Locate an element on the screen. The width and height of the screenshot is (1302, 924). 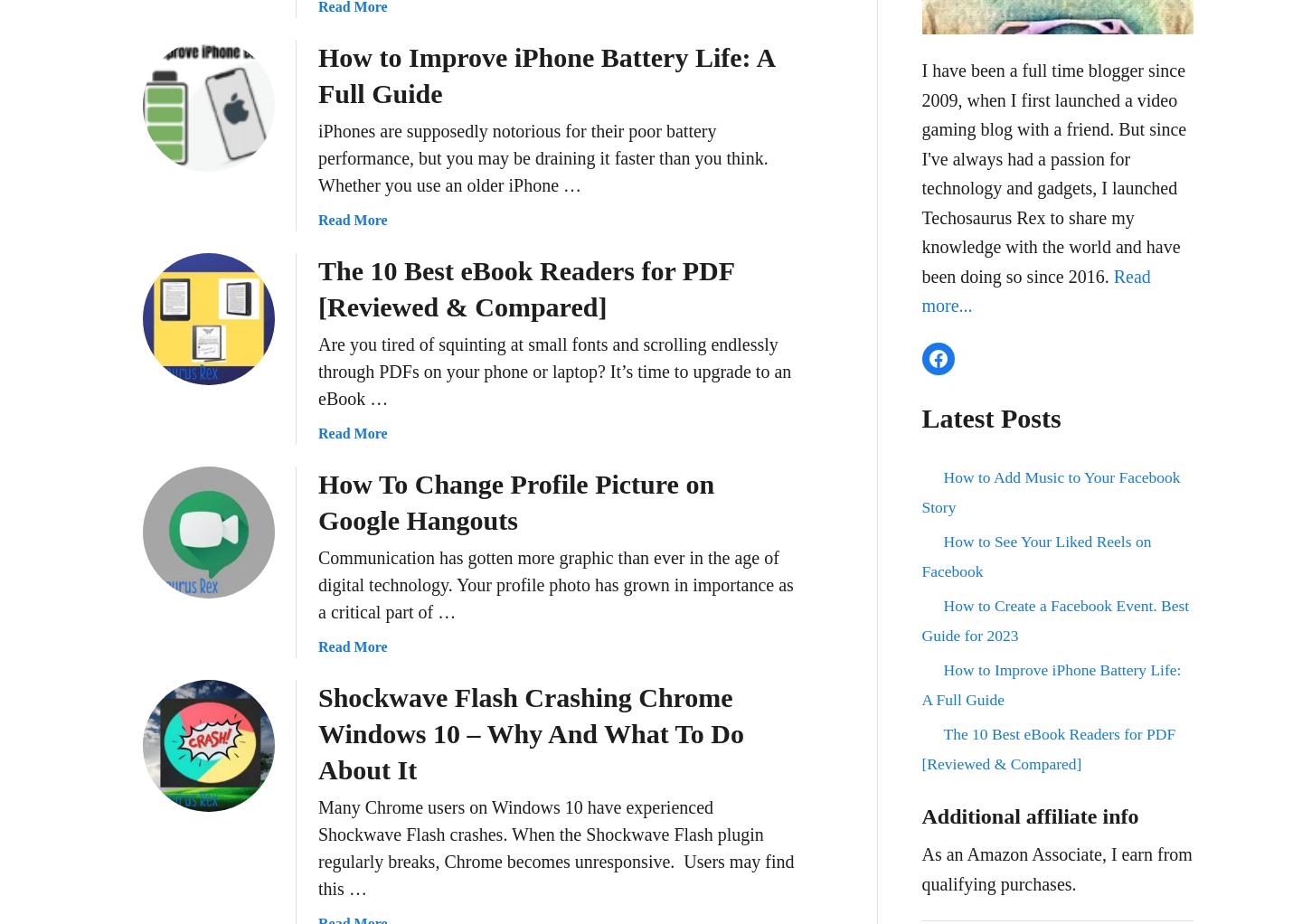
'iPhones are supposedly notorious for their poor battery performance, but you may be draining it faster than you think. Whether you use an older iPhone …' is located at coordinates (542, 156).